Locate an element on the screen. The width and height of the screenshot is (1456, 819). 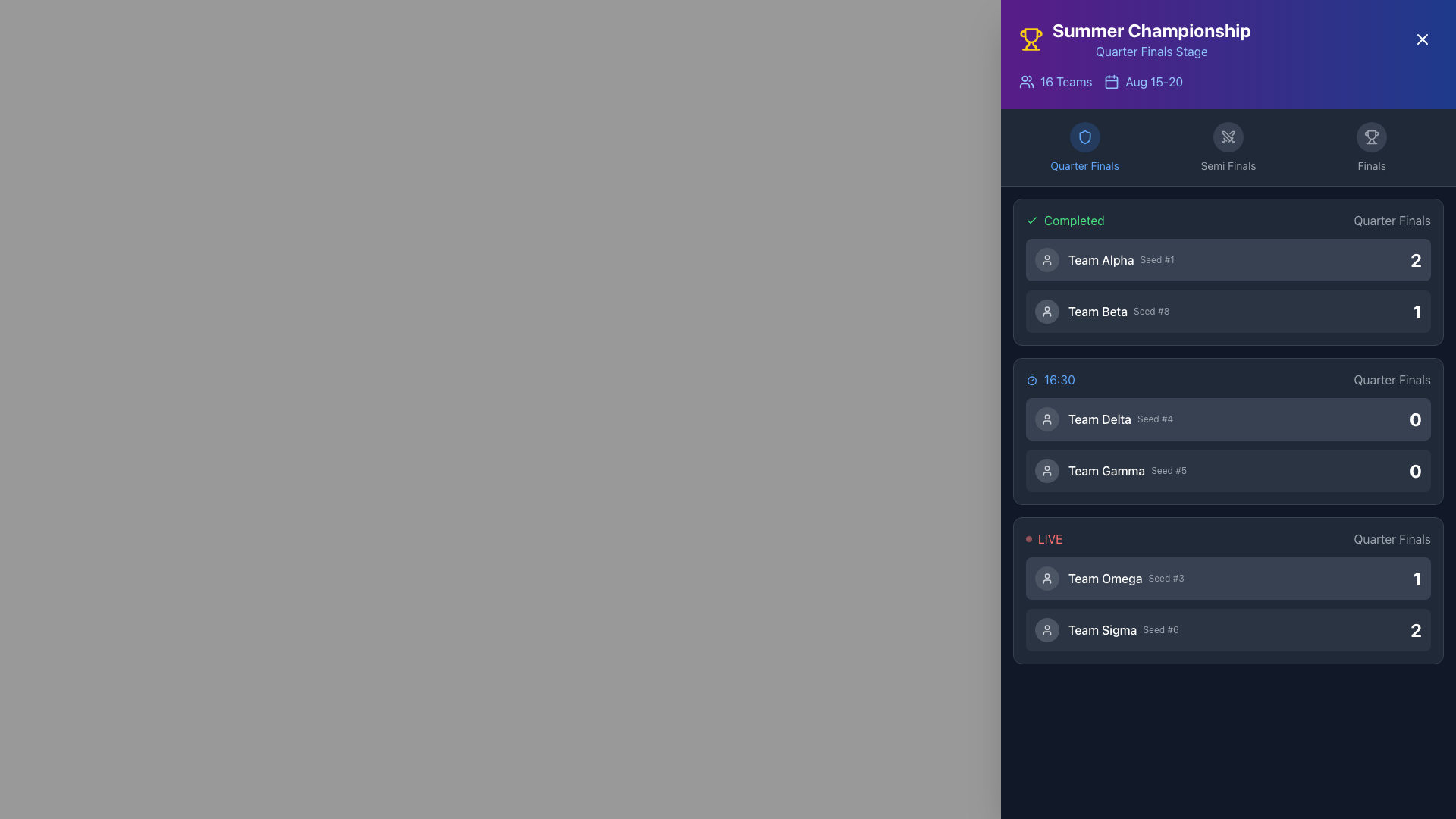
the icon representing the 'Semi Finals' stage of the tournament is located at coordinates (1228, 137).